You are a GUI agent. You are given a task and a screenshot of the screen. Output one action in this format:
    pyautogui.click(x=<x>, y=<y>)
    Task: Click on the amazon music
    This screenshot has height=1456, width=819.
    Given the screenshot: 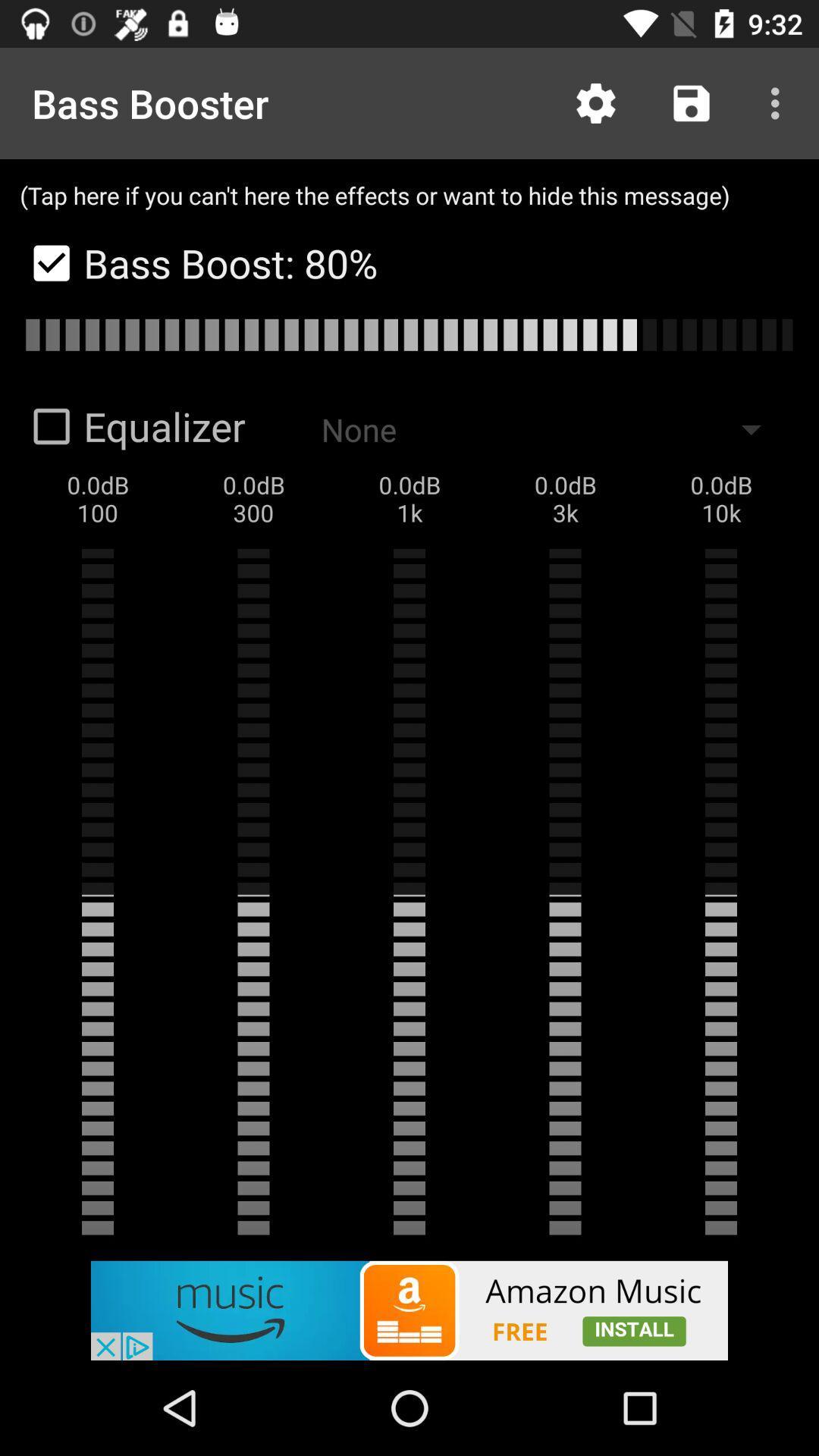 What is the action you would take?
    pyautogui.click(x=409, y=1310)
    